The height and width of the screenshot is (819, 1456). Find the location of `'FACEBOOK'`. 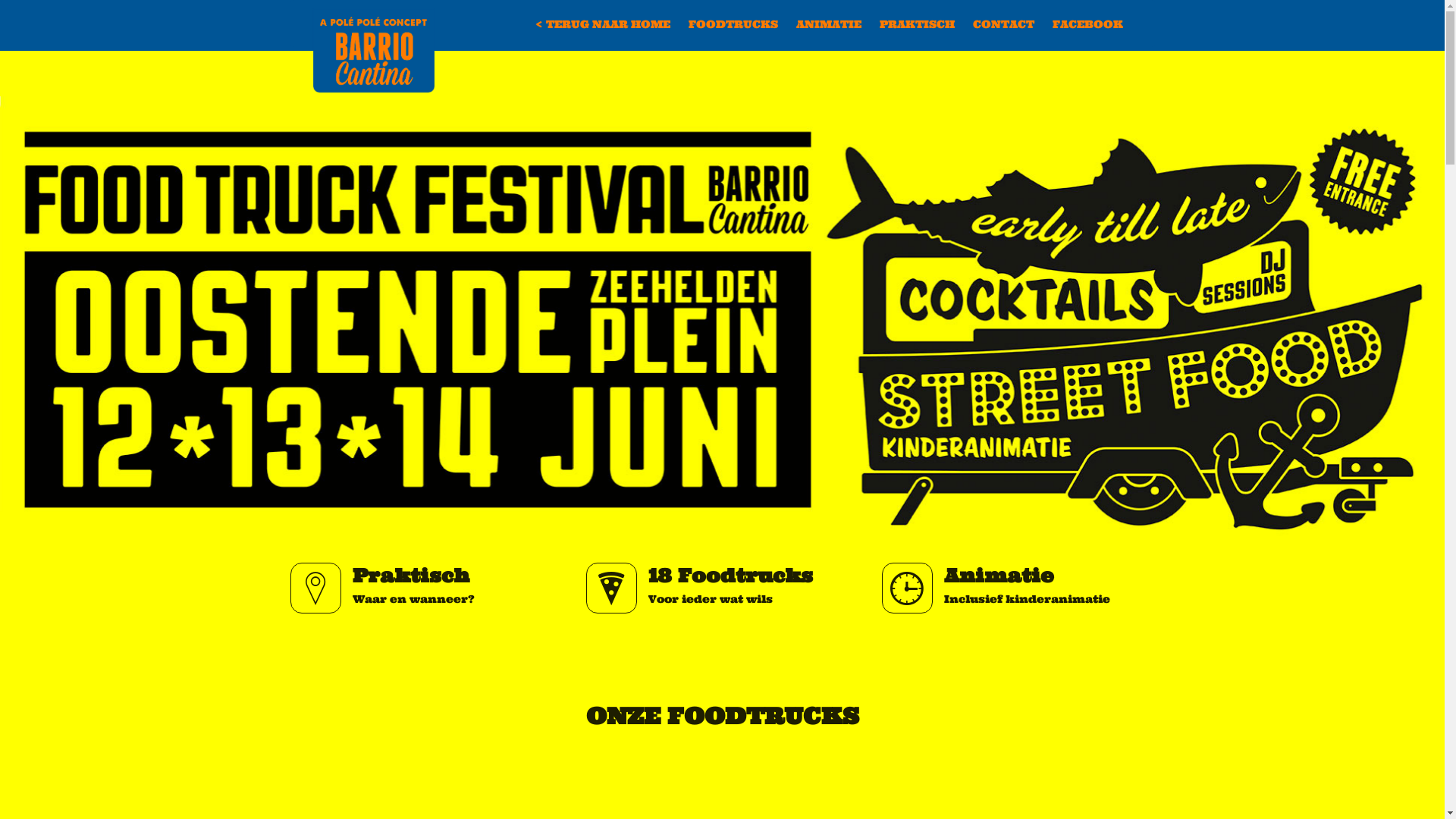

'FACEBOOK' is located at coordinates (1043, 24).